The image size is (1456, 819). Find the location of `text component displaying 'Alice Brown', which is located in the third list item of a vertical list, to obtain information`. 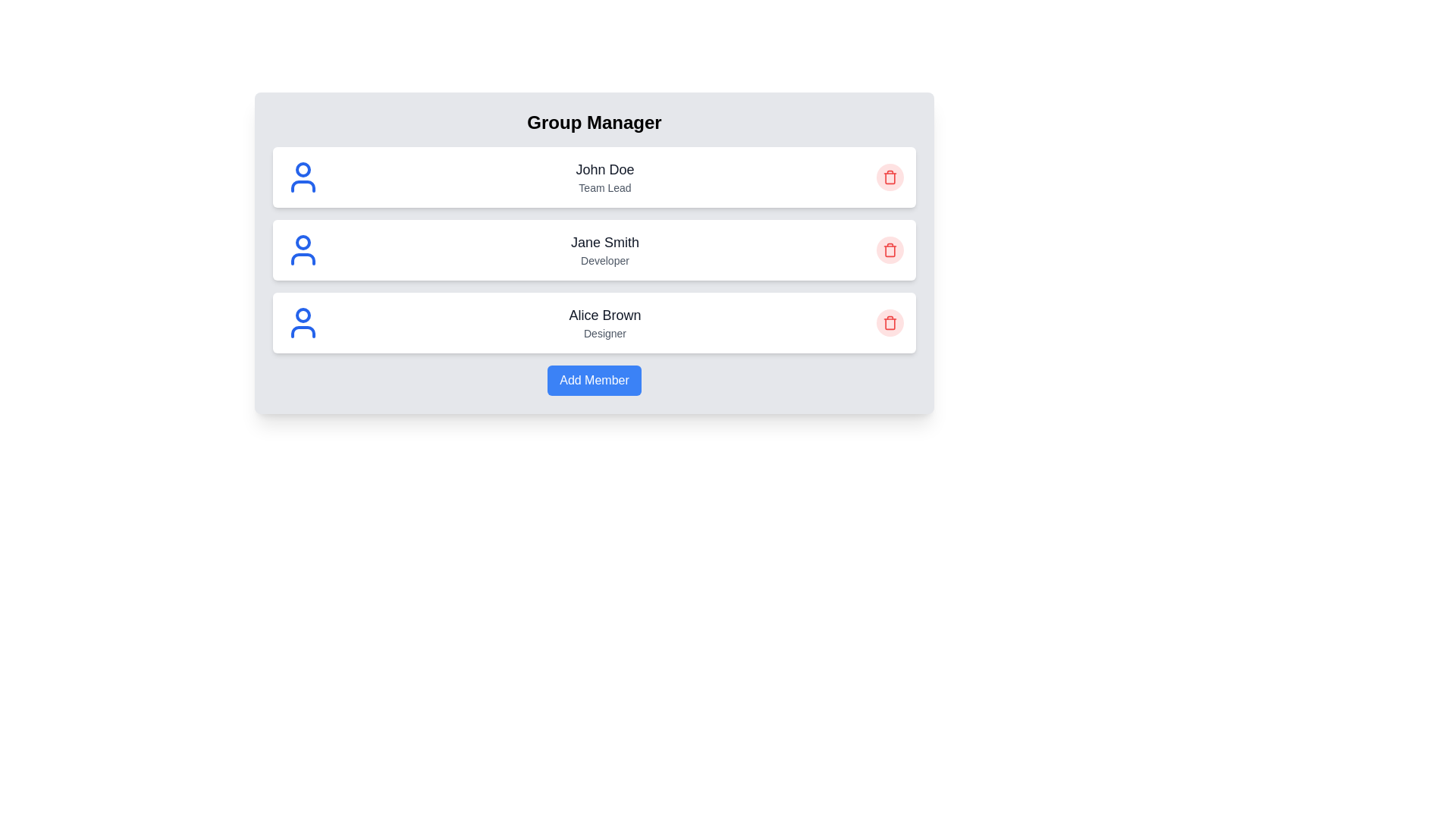

text component displaying 'Alice Brown', which is located in the third list item of a vertical list, to obtain information is located at coordinates (604, 315).